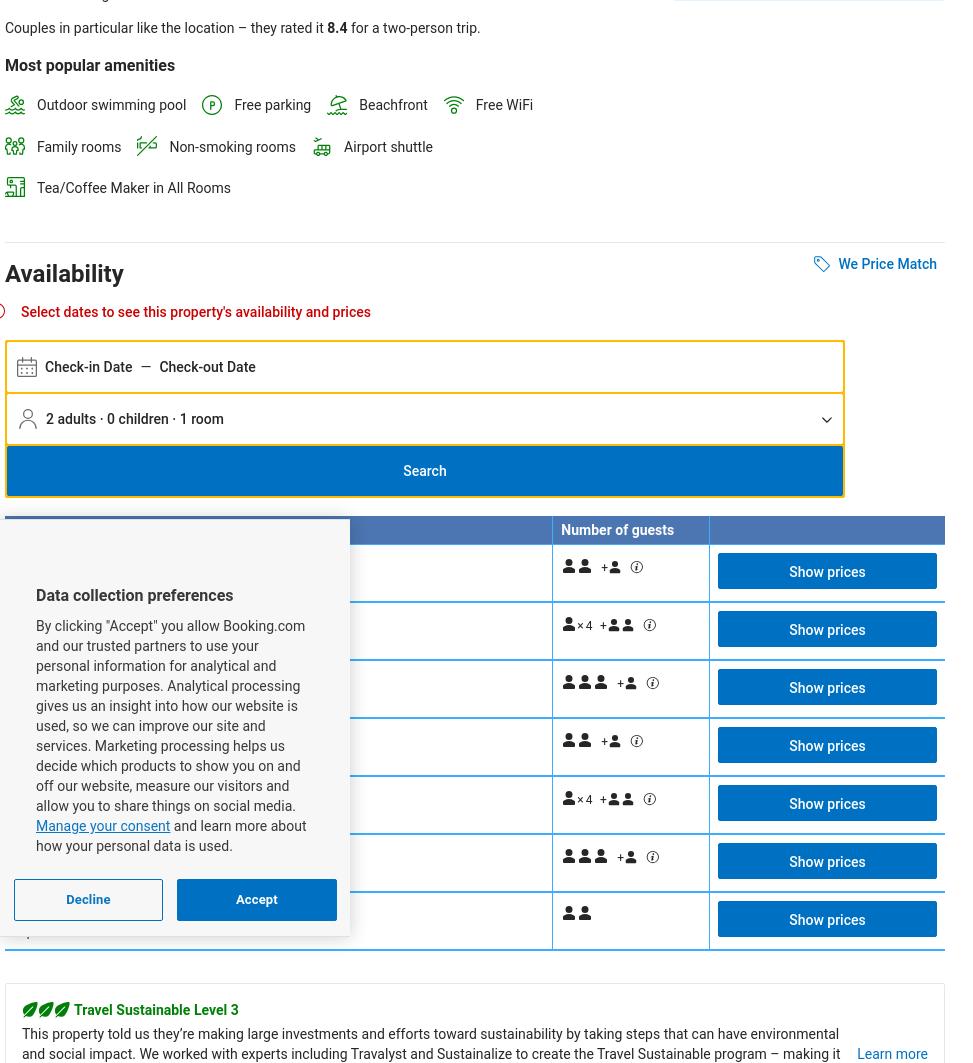  I want to click on 'Free parking', so click(233, 105).